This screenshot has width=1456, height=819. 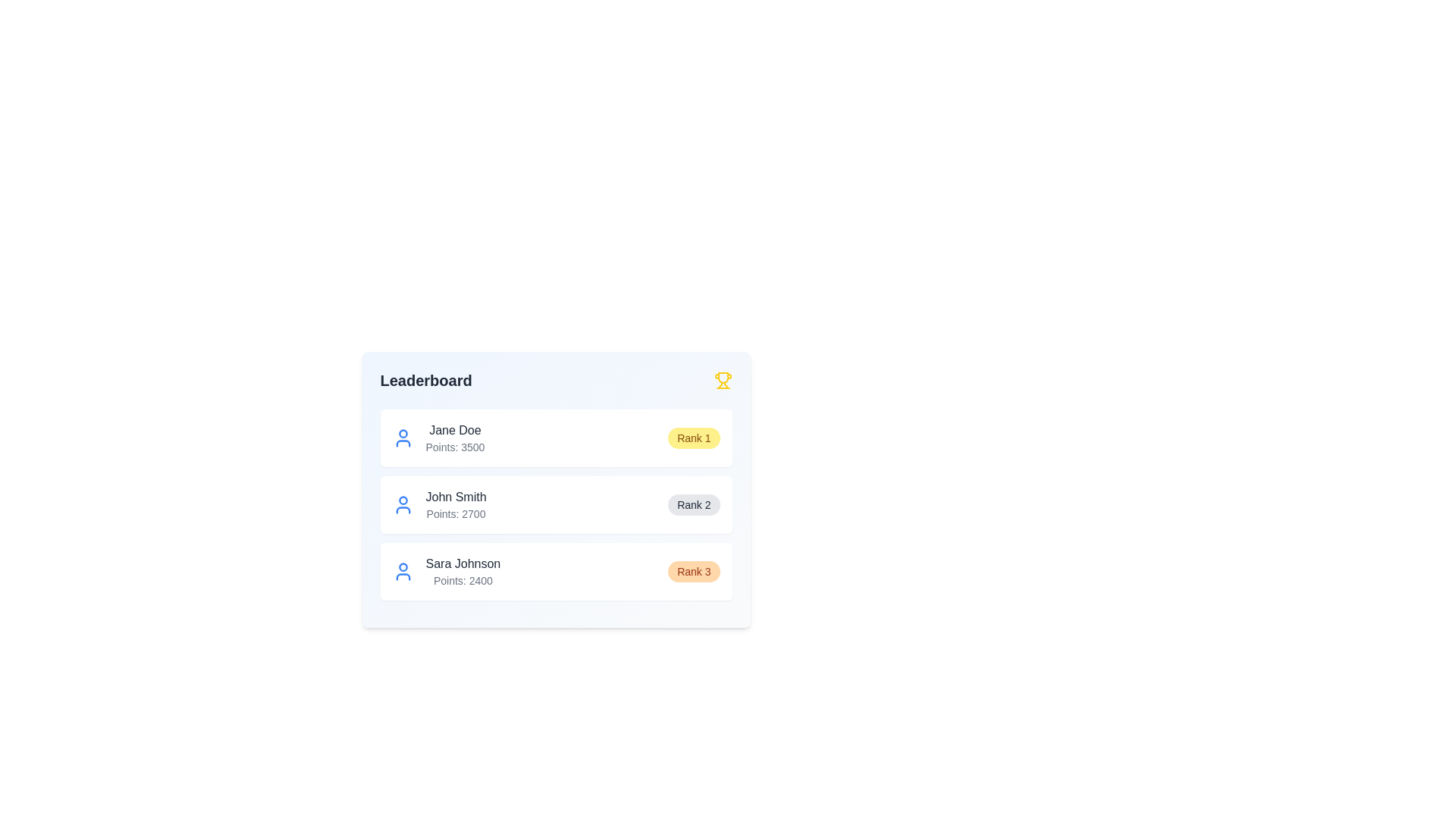 I want to click on the static text label that reads 'Points: 3500', which is styled in gray and positioned below the 'Jane Doe' text in the leaderboard, so click(x=454, y=447).